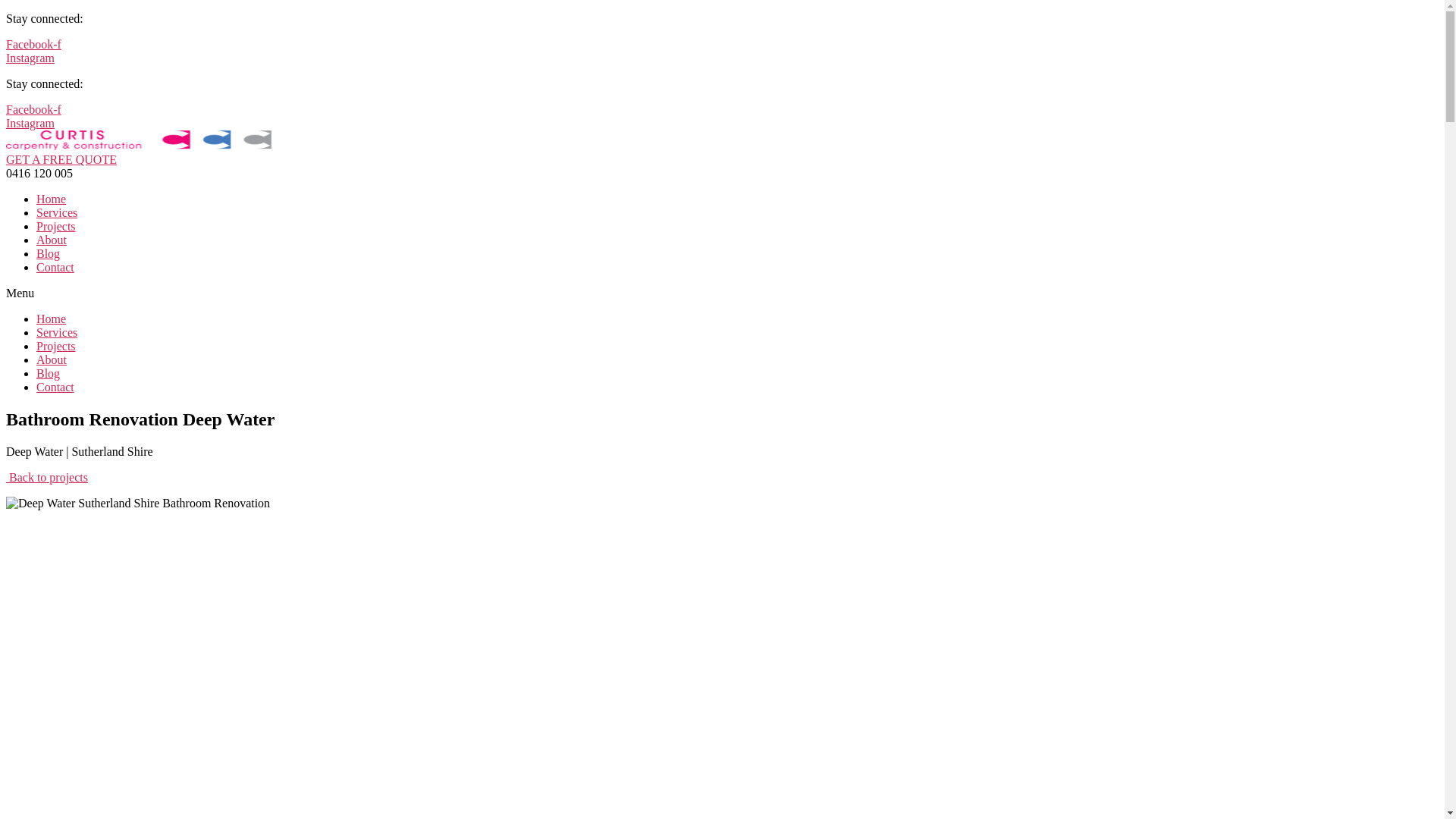 The image size is (1456, 819). I want to click on 'Facebook-f', so click(33, 108).